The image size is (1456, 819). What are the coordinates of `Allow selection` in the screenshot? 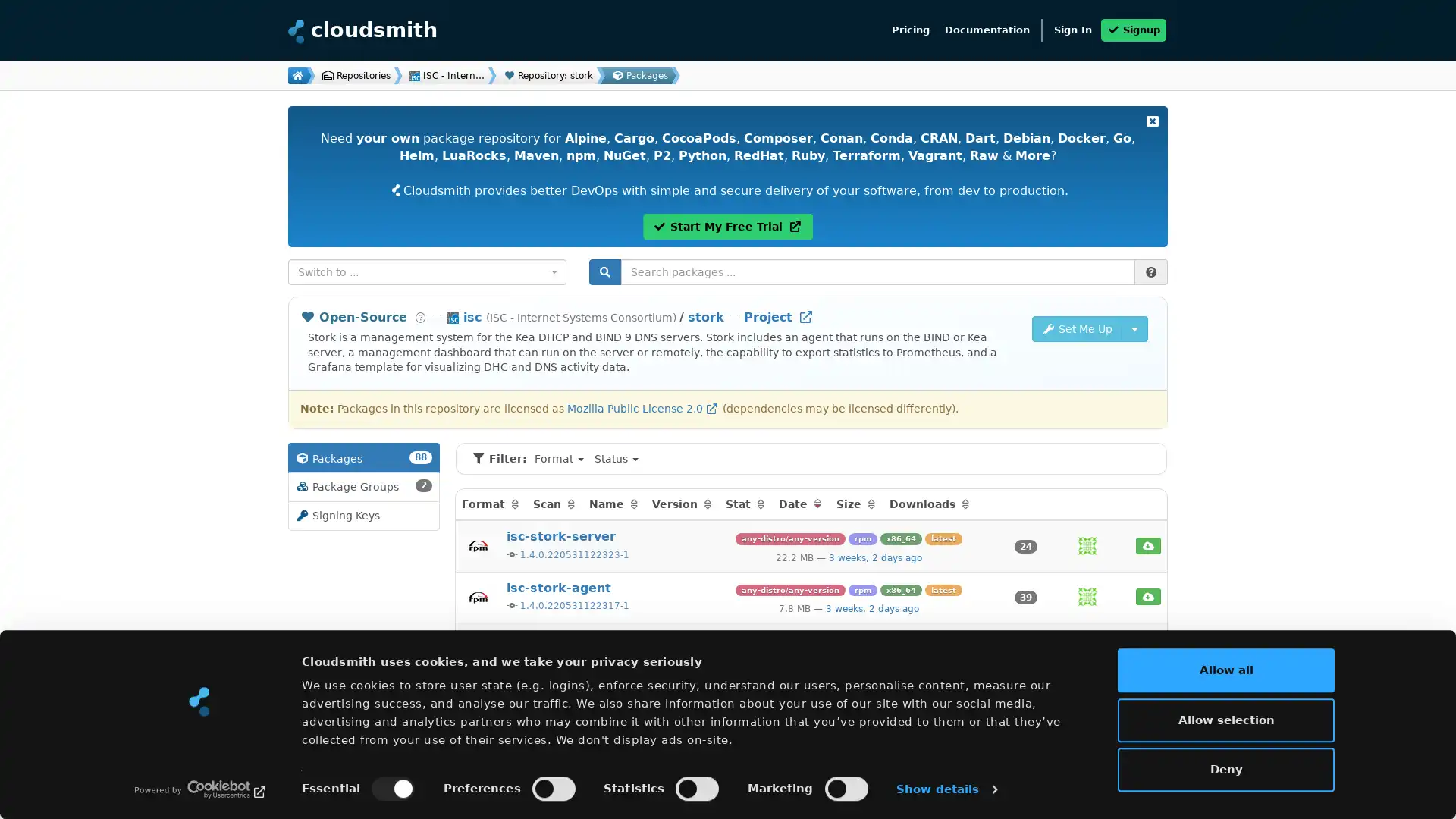 It's located at (1226, 718).